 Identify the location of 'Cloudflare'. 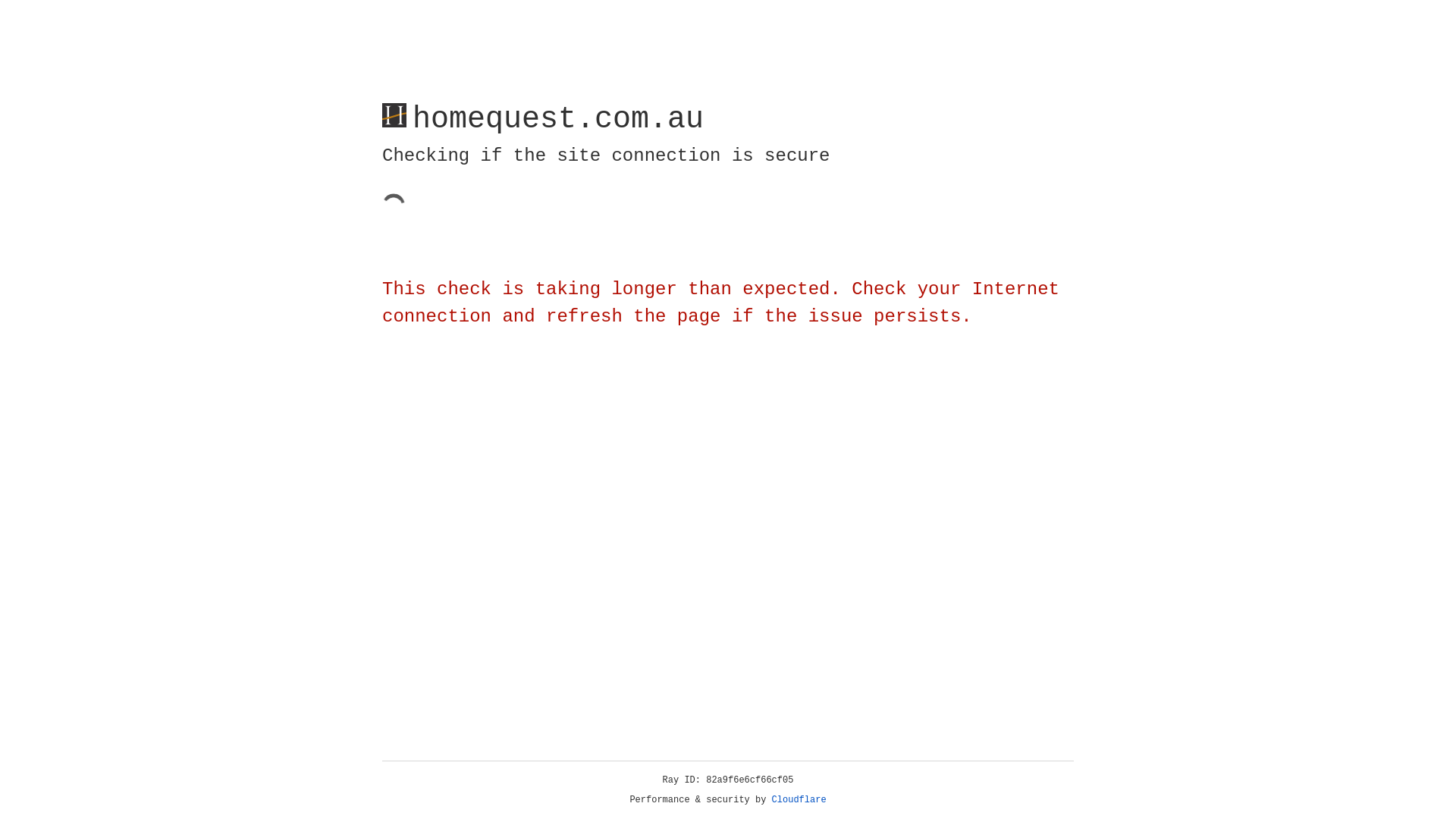
(799, 799).